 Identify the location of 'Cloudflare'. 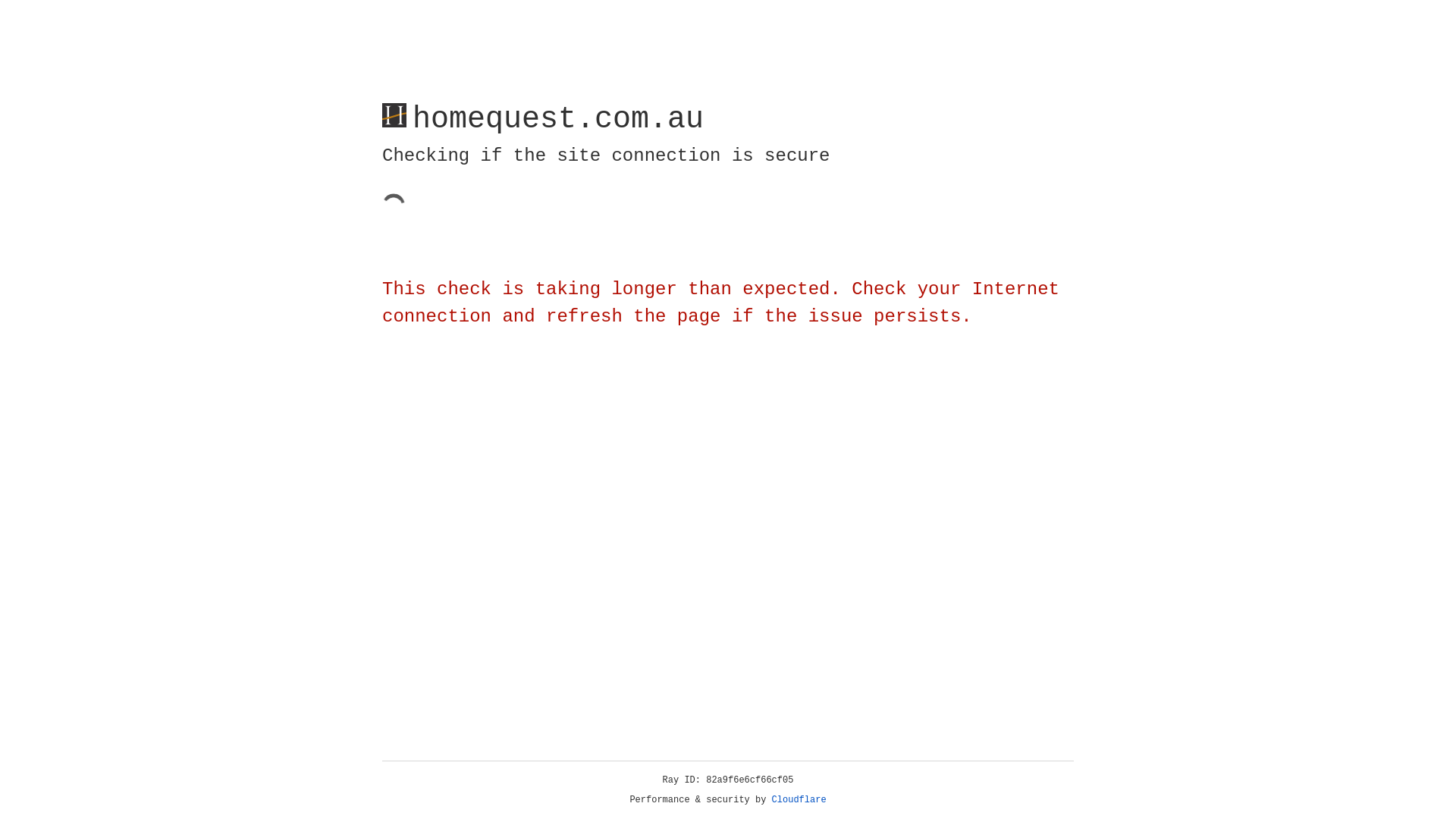
(799, 799).